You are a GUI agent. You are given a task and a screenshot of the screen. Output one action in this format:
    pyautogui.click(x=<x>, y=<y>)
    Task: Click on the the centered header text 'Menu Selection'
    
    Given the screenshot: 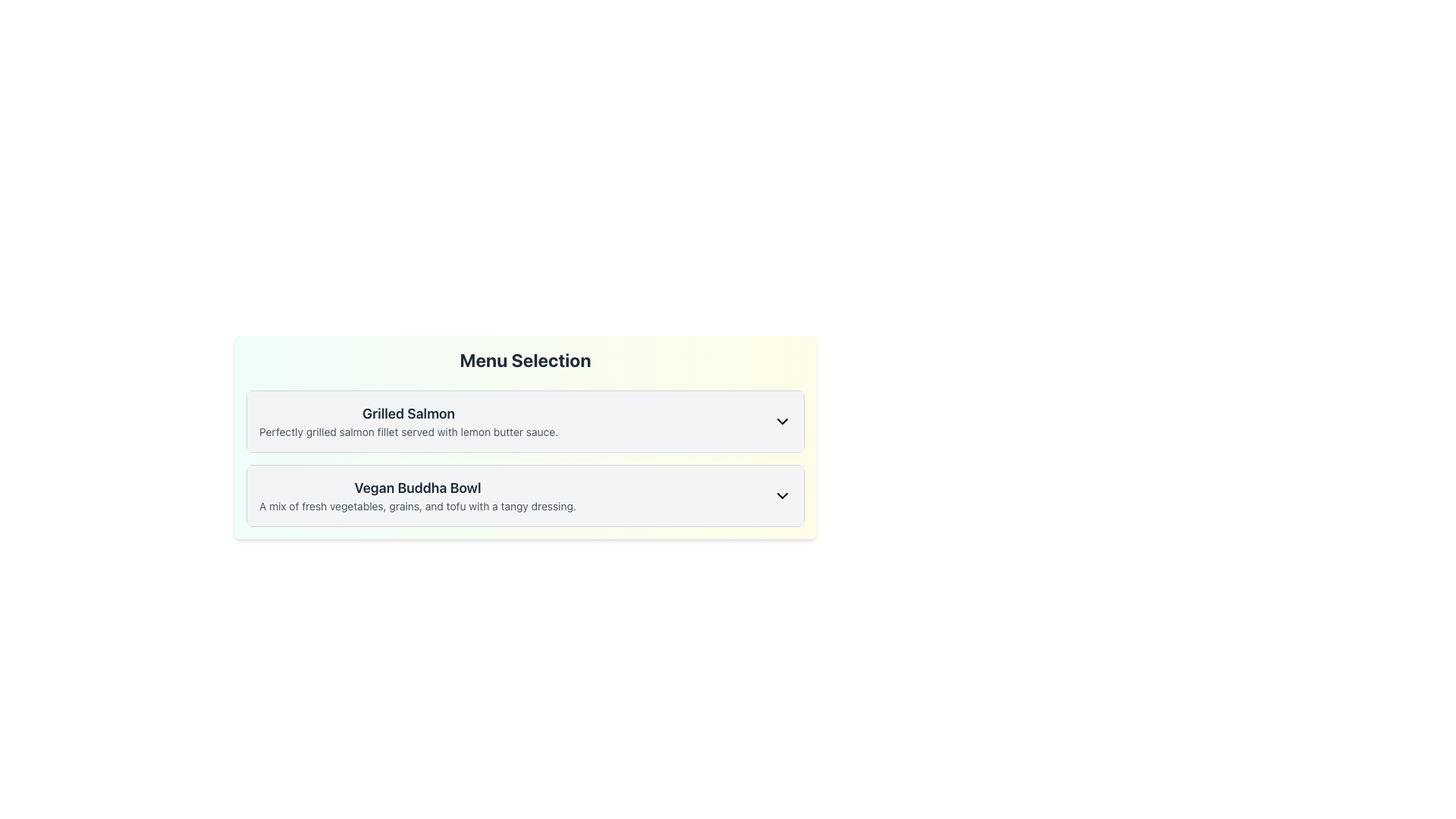 What is the action you would take?
    pyautogui.click(x=525, y=359)
    